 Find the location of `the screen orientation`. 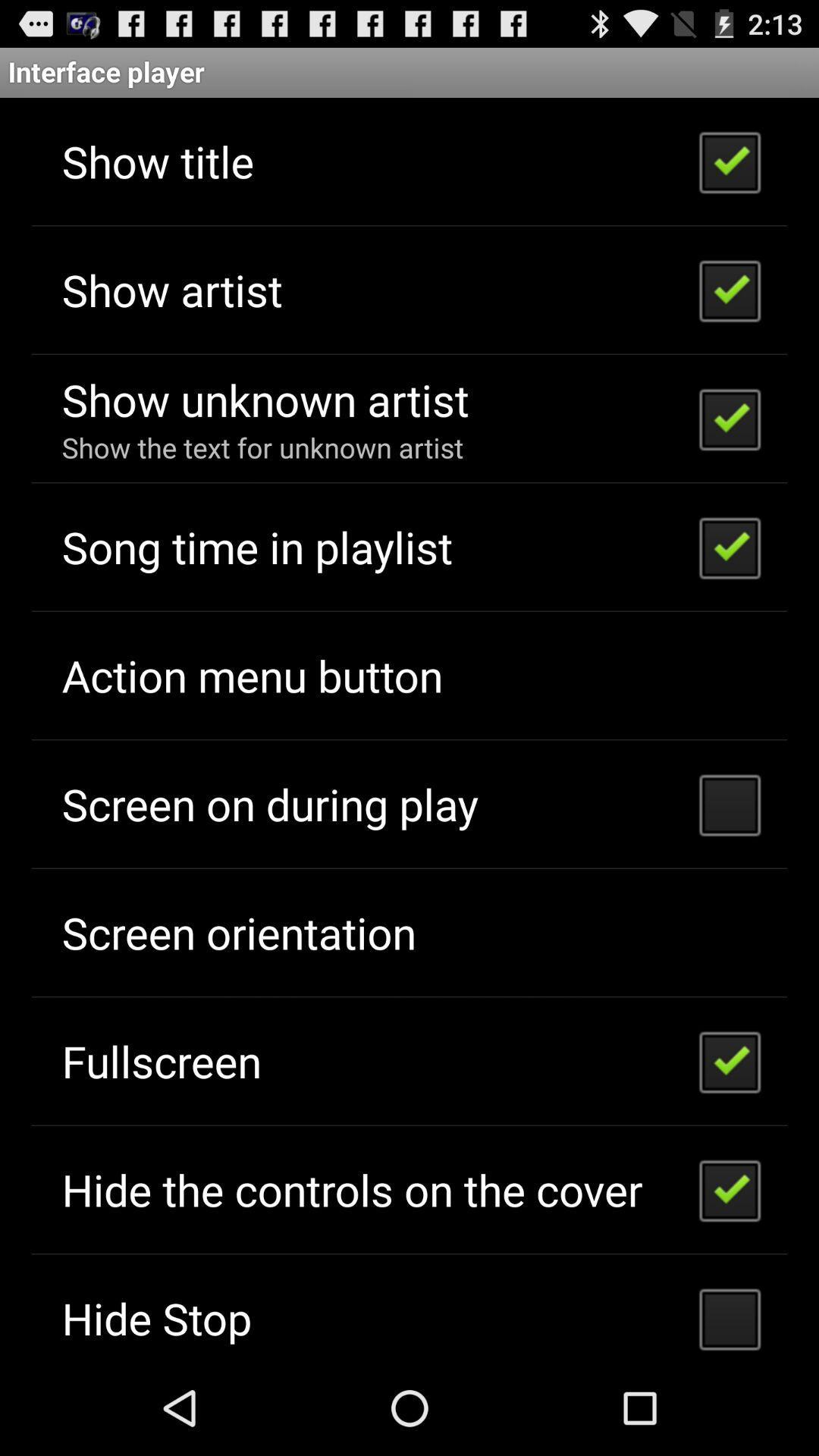

the screen orientation is located at coordinates (239, 931).